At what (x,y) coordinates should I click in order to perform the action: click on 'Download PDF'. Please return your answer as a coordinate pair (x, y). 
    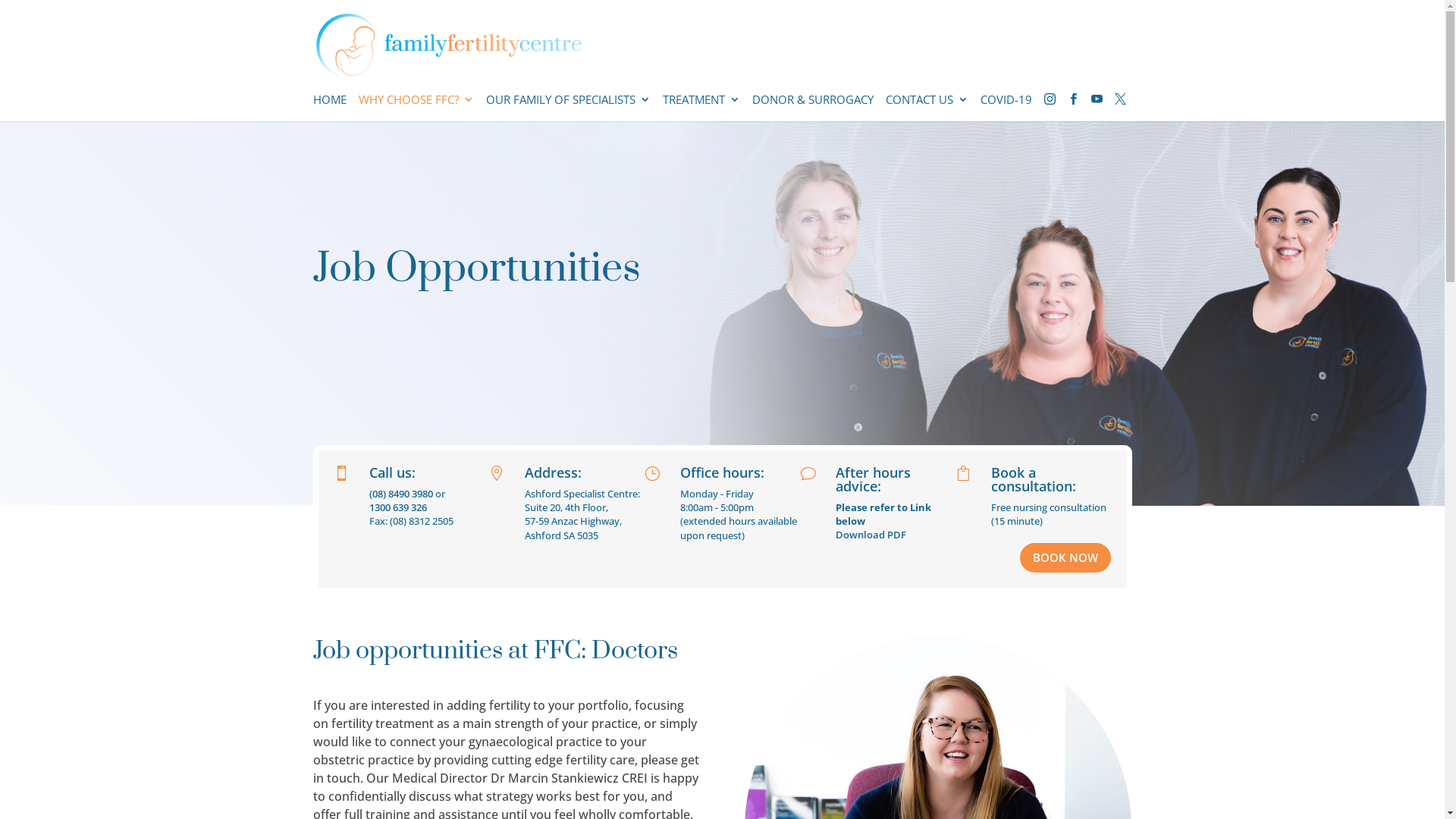
    Looking at the image, I should click on (871, 534).